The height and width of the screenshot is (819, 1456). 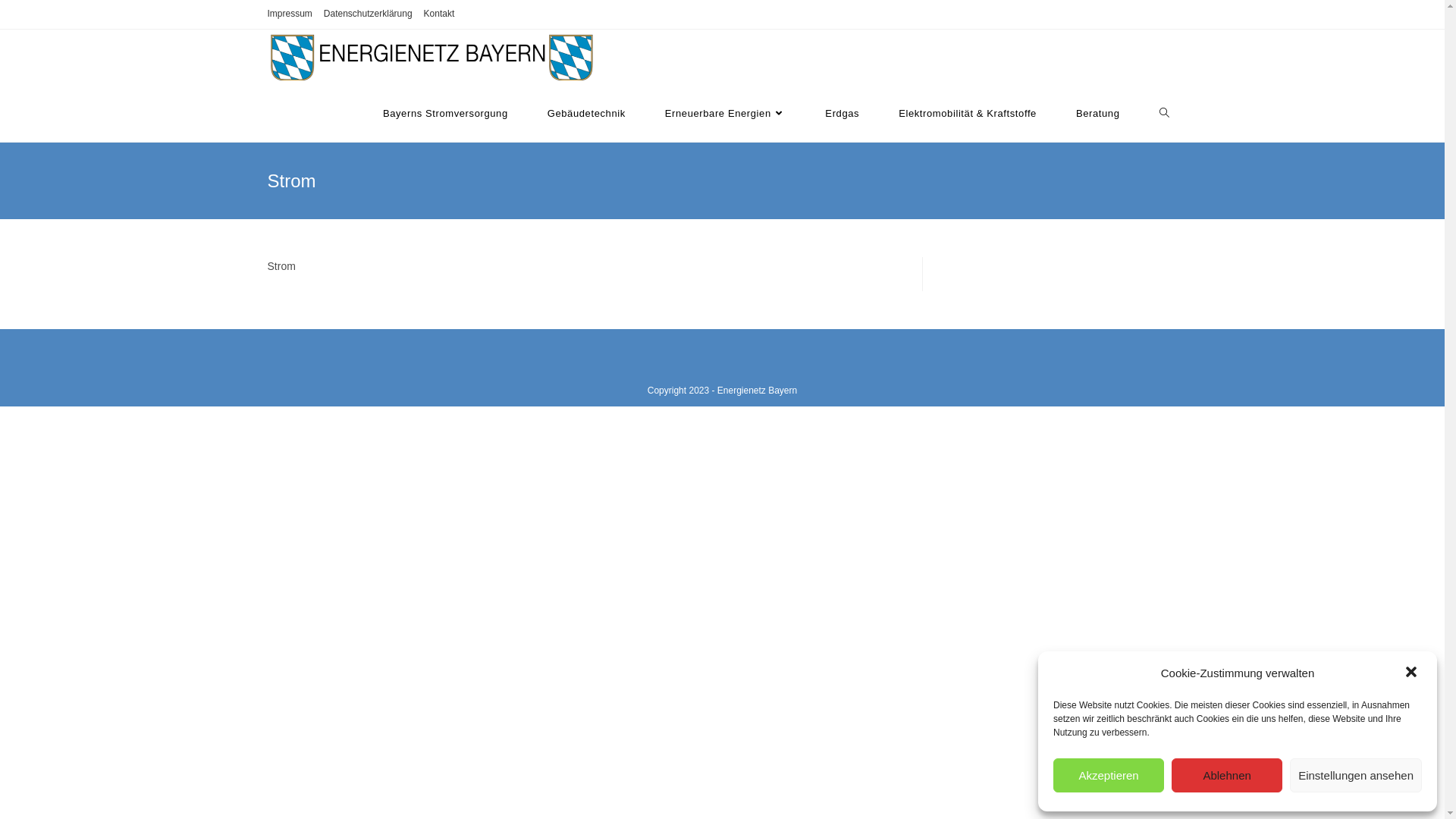 I want to click on 'Kontakt', so click(x=438, y=14).